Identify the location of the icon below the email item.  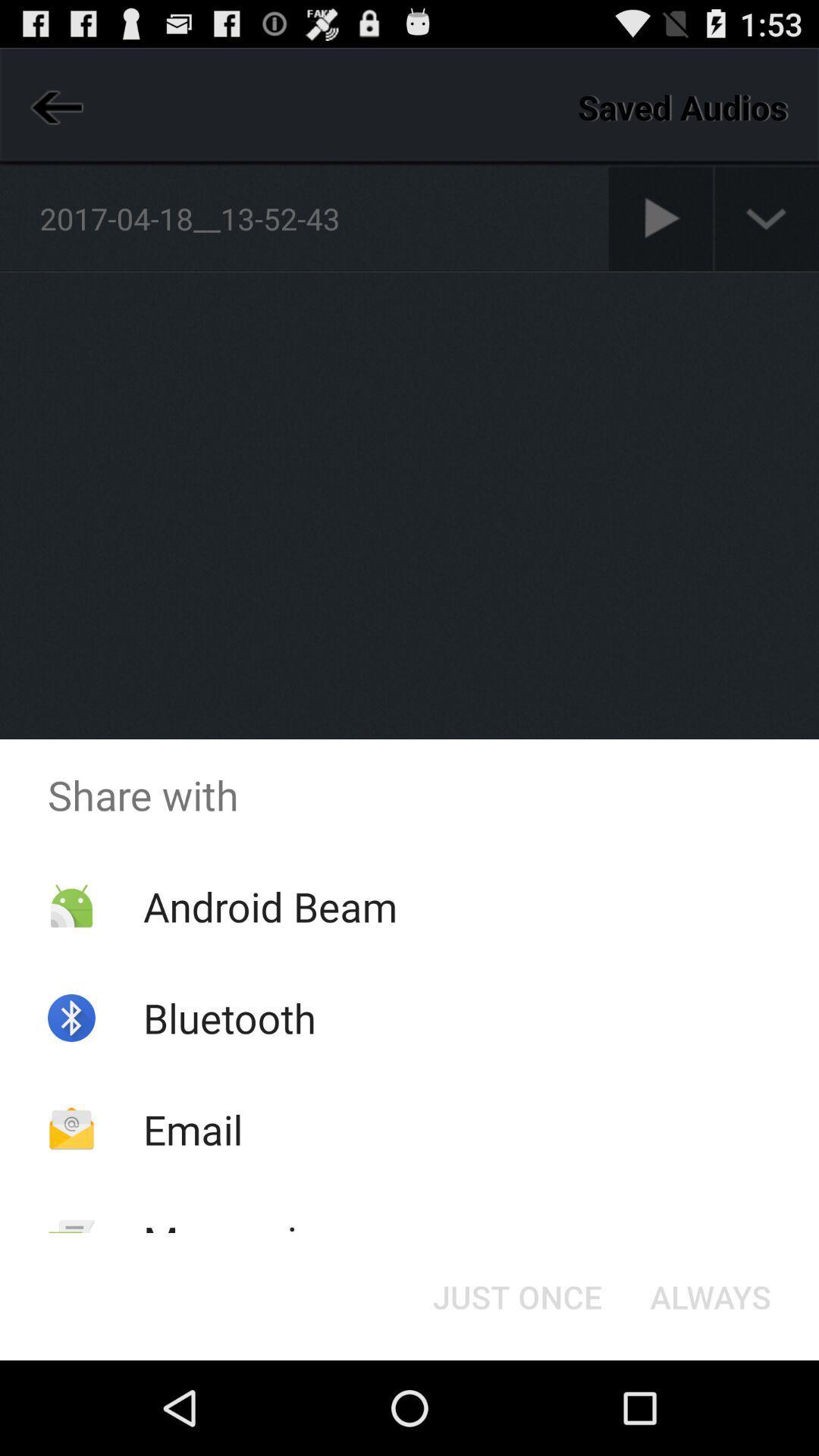
(241, 1241).